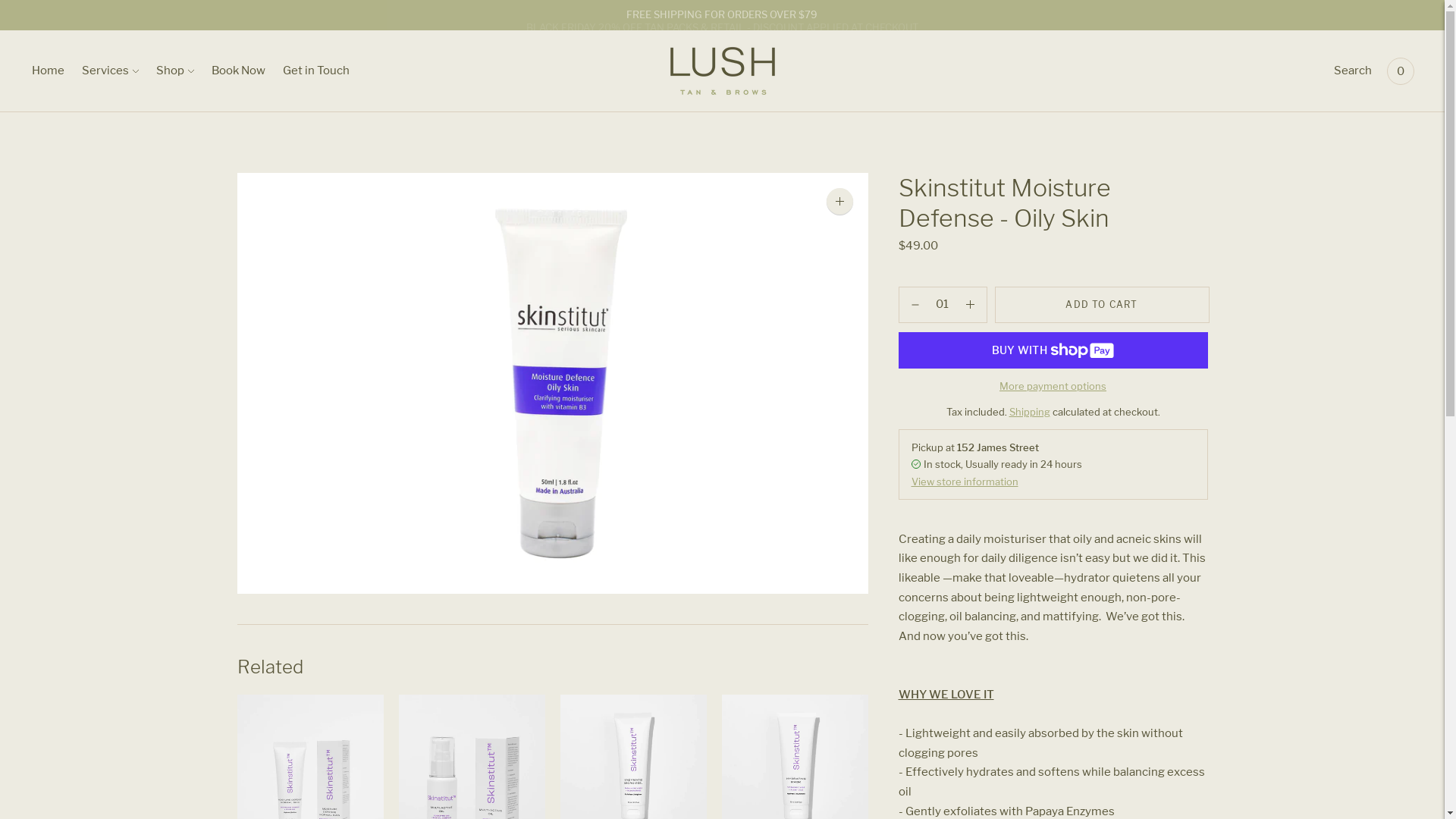 The image size is (1456, 819). I want to click on 'Shop', so click(174, 71).